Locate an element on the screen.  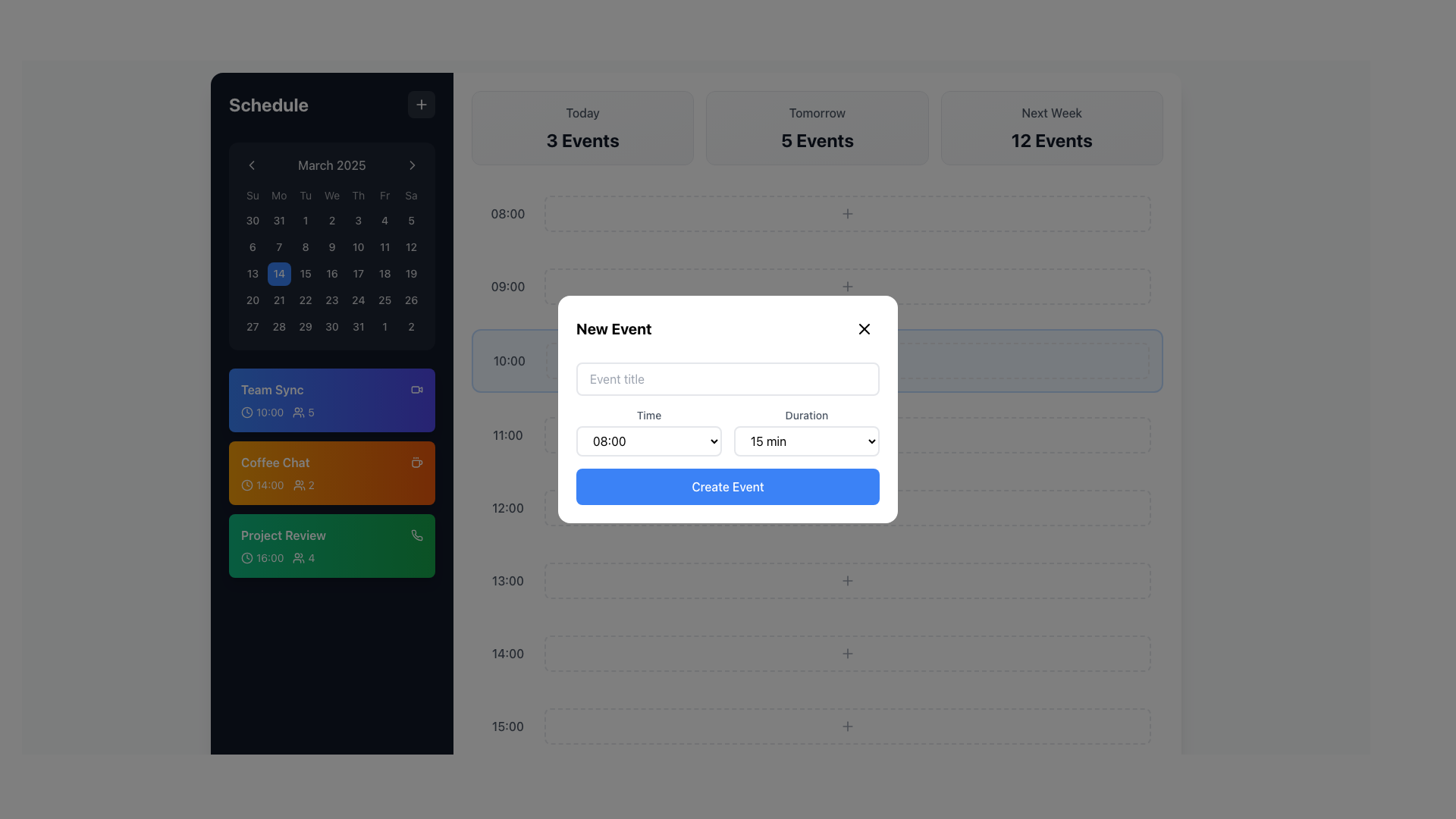
the Informational card displaying 'Next Week' and '12 Events' located in the top-right of the three-column grid layout is located at coordinates (1051, 127).